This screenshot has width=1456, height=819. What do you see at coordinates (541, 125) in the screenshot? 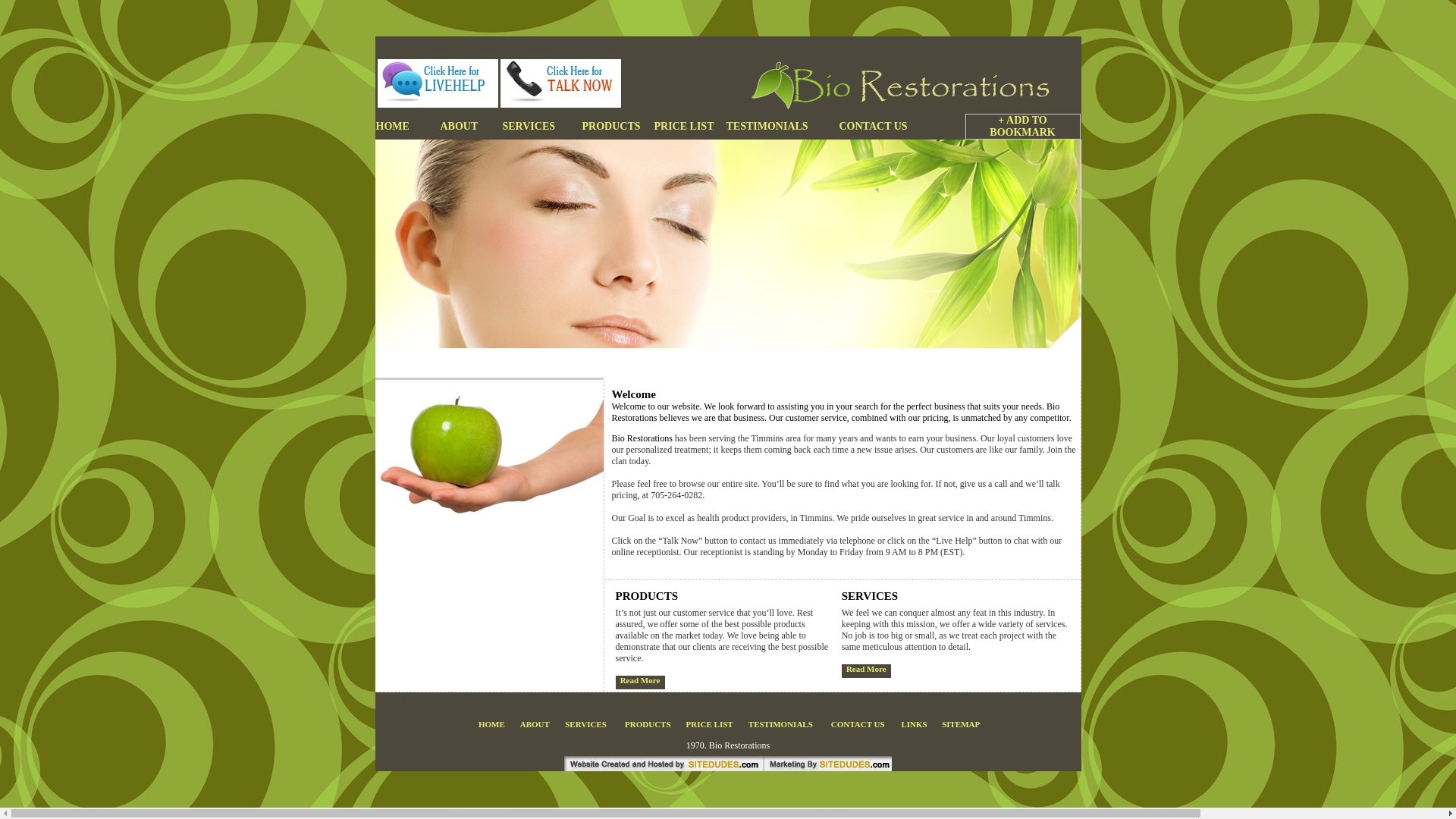
I see `'SERVICES'` at bounding box center [541, 125].